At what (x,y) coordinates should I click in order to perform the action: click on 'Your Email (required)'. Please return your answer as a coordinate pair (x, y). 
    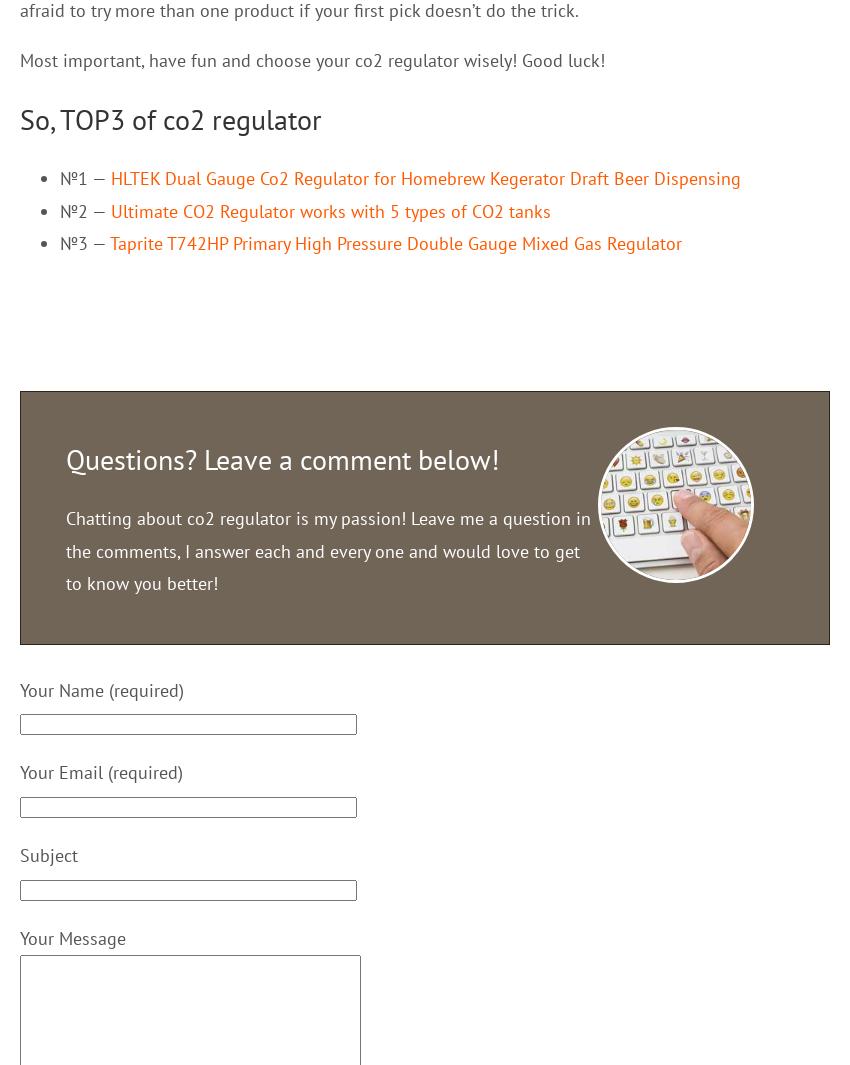
    Looking at the image, I should click on (100, 772).